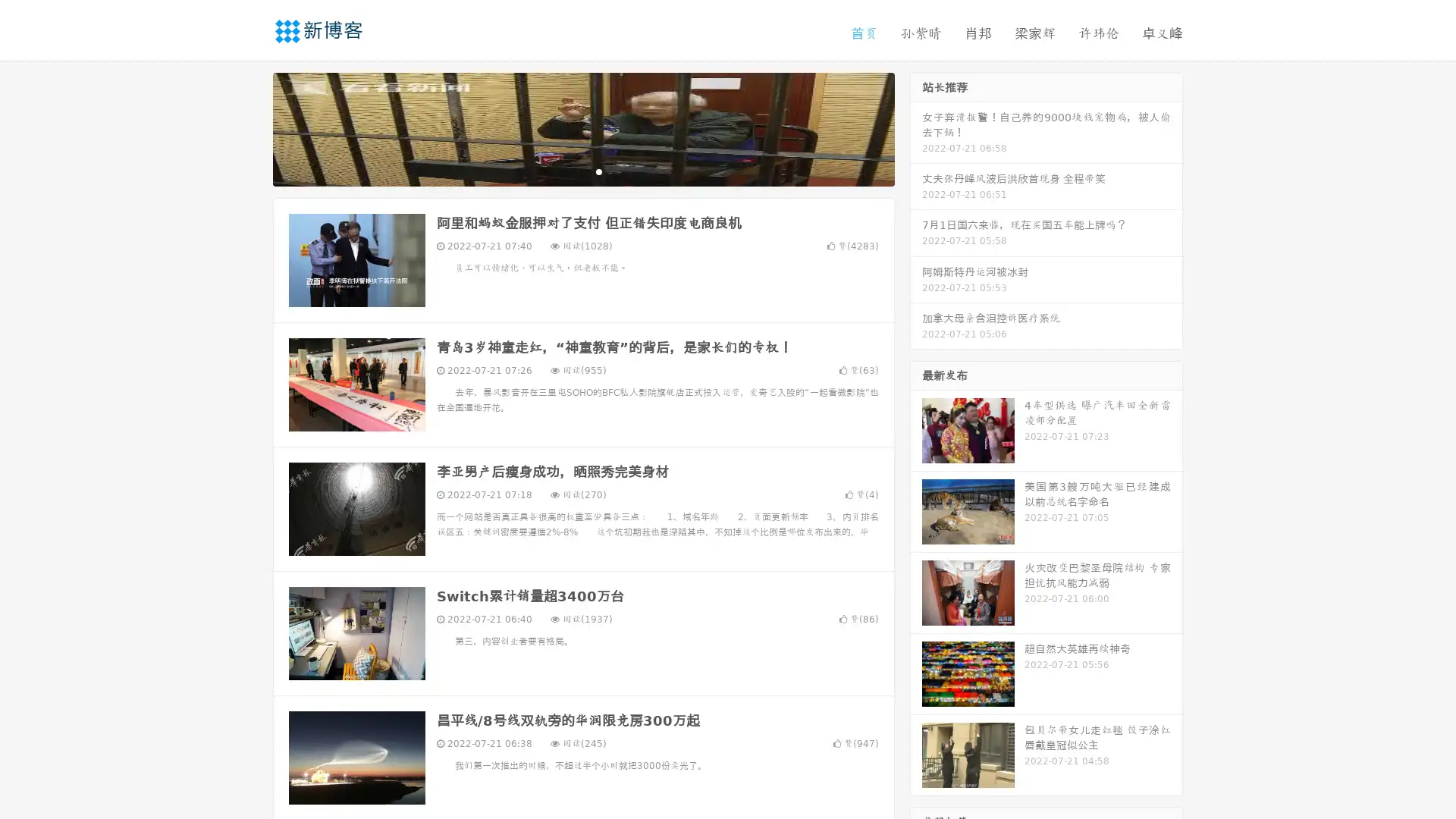 Image resolution: width=1456 pixels, height=819 pixels. What do you see at coordinates (250, 127) in the screenshot?
I see `Previous slide` at bounding box center [250, 127].